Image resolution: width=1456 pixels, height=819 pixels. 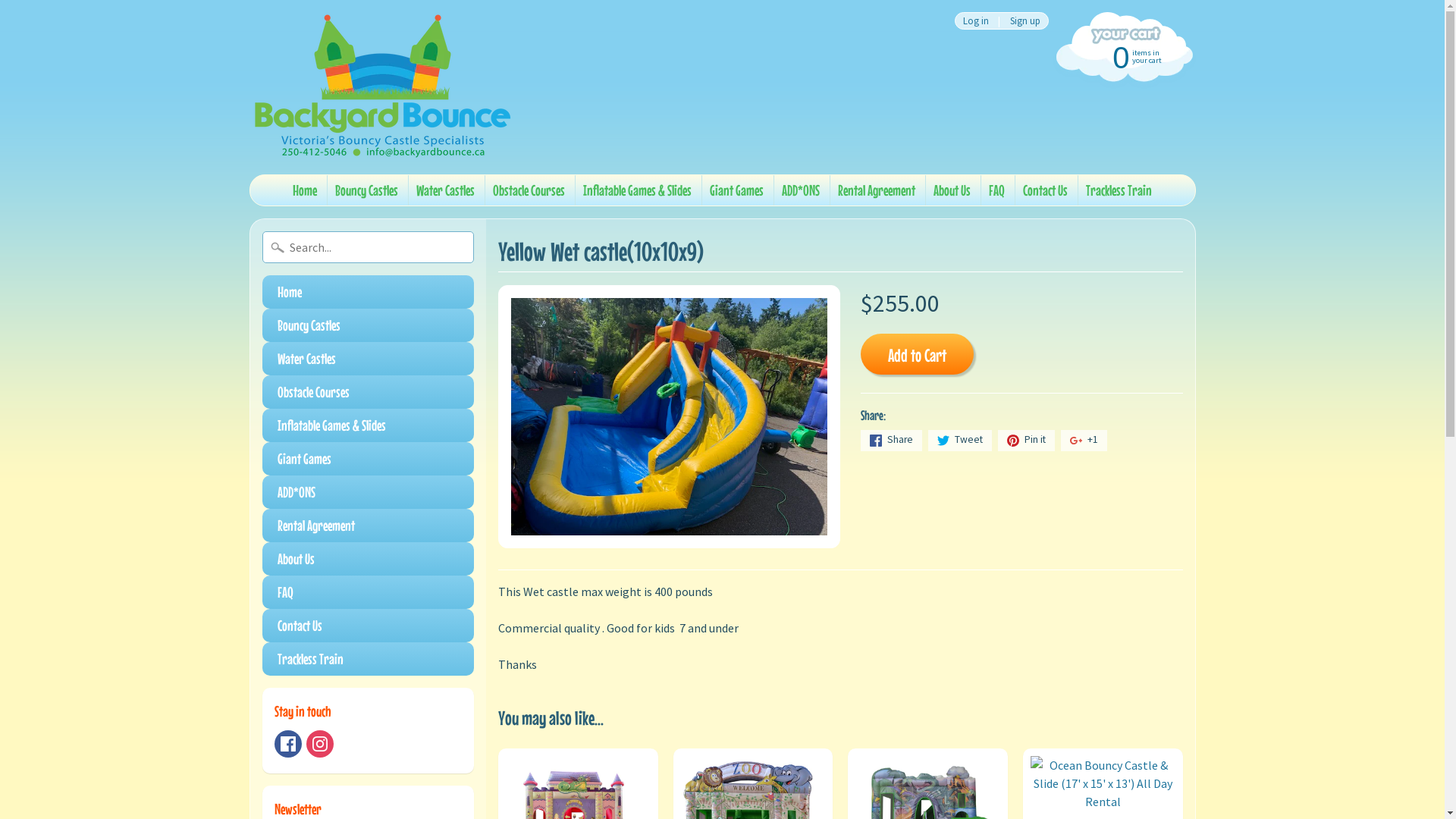 I want to click on 'Backyard Bounce', so click(x=381, y=87).